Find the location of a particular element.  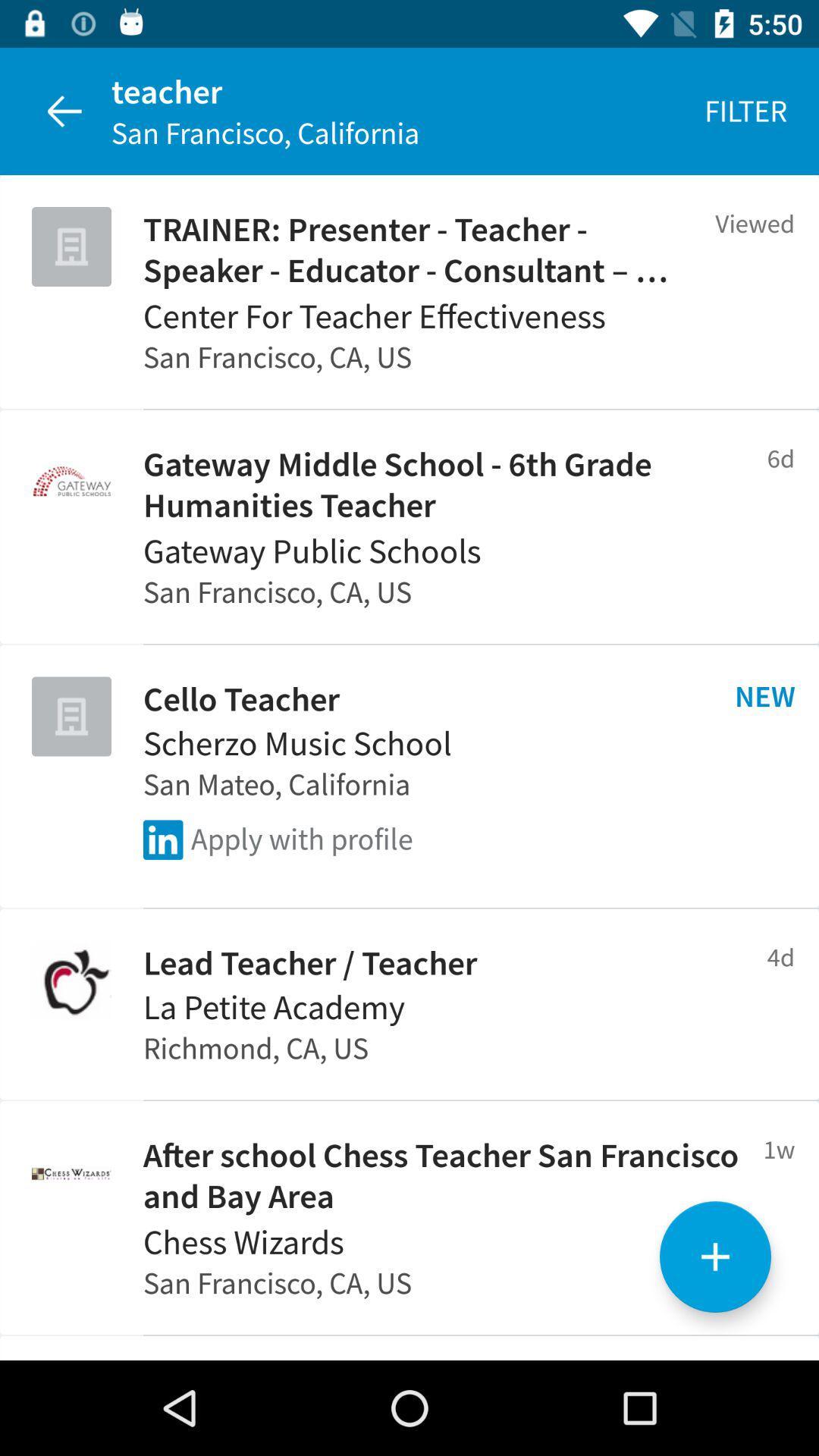

the logo on the bottom left corner of the web page is located at coordinates (71, 1172).